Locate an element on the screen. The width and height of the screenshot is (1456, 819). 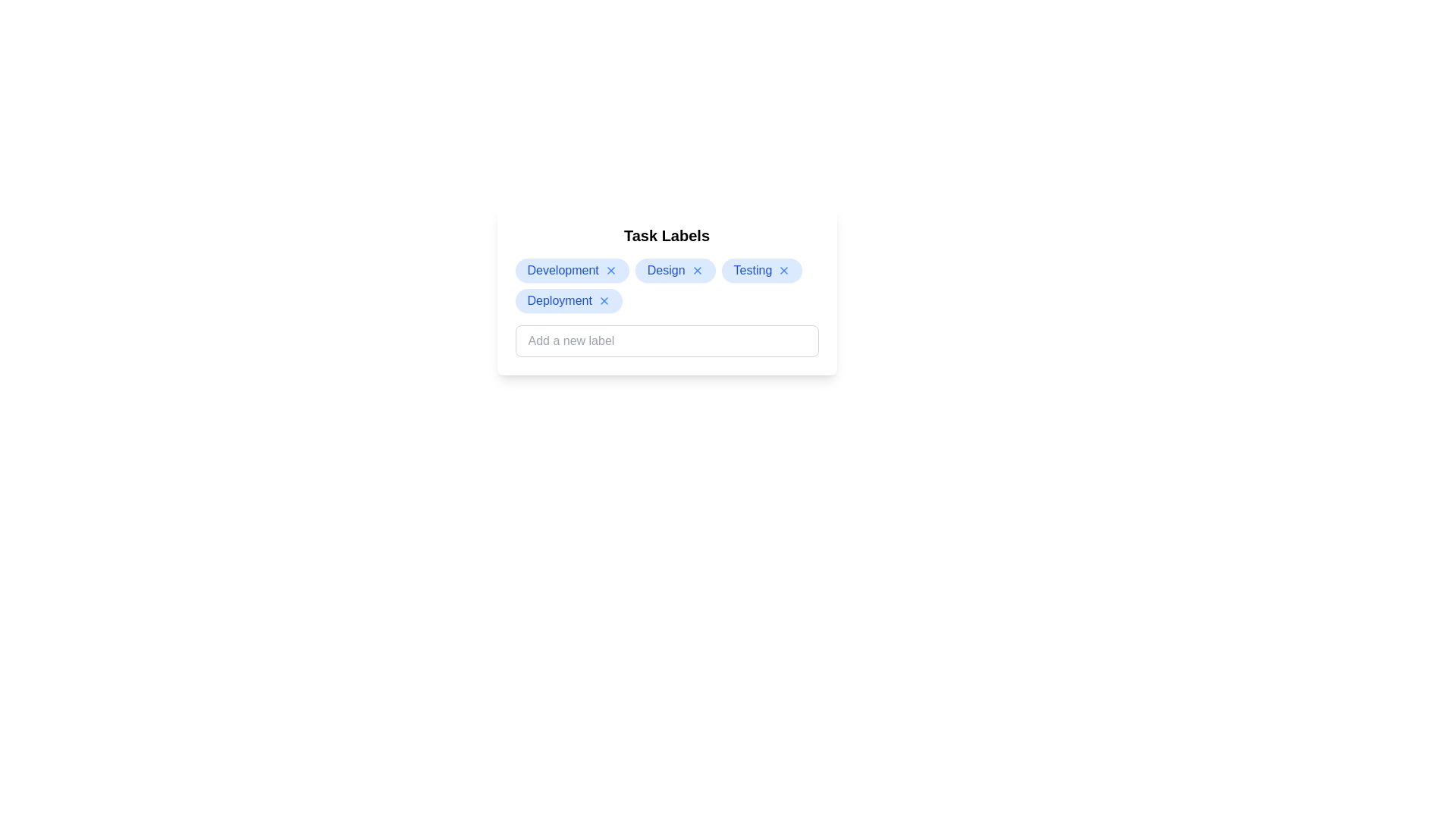
the interactive deletion button located on the right side of the 'Design' label is located at coordinates (696, 270).